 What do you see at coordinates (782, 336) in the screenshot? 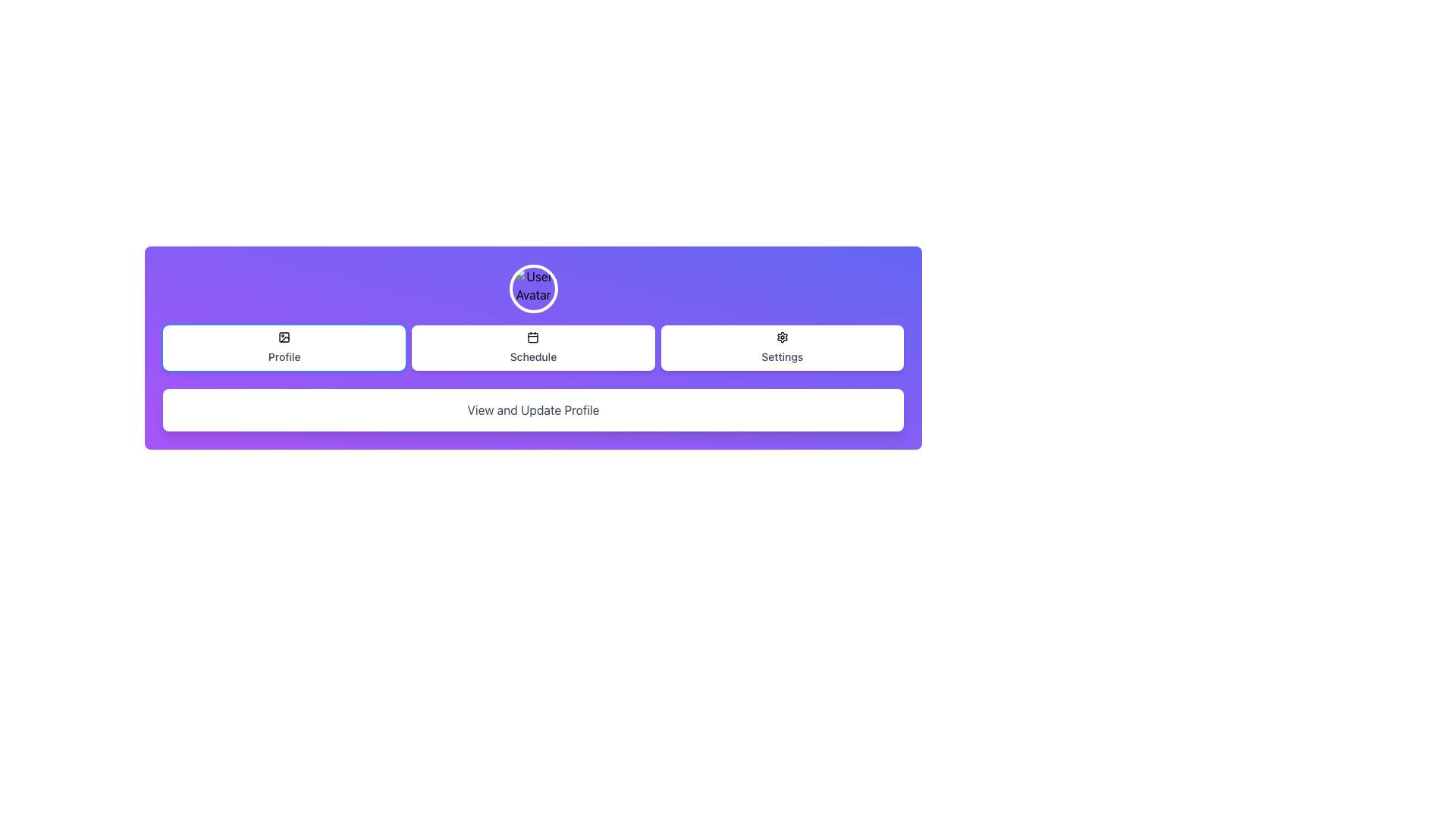
I see `the cogwheel-shaped icon representing settings functionality located in the top-center of the 'Settings' card, which is the third card from the left` at bounding box center [782, 336].